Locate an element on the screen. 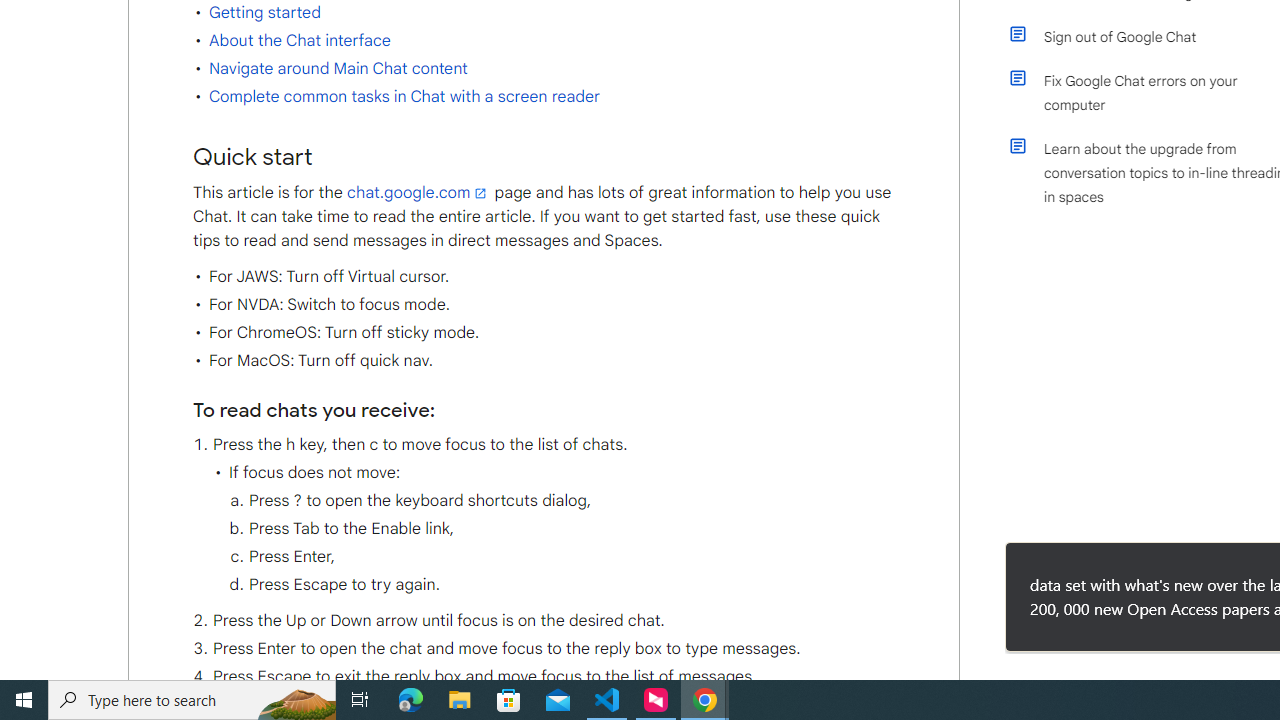 This screenshot has width=1280, height=720. 'About the Chat interface' is located at coordinates (298, 41).